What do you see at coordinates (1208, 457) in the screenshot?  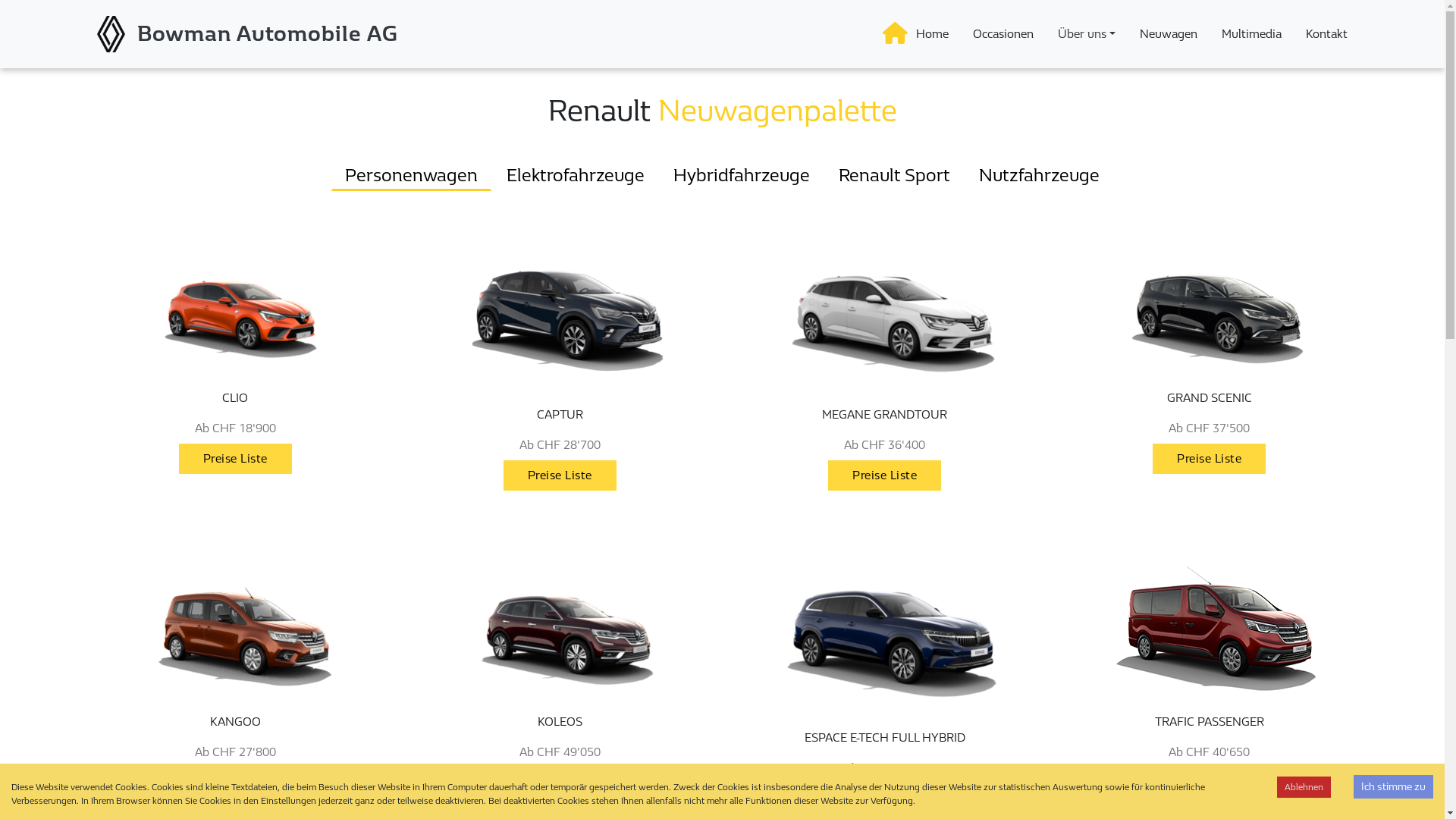 I see `'Preise Liste'` at bounding box center [1208, 457].